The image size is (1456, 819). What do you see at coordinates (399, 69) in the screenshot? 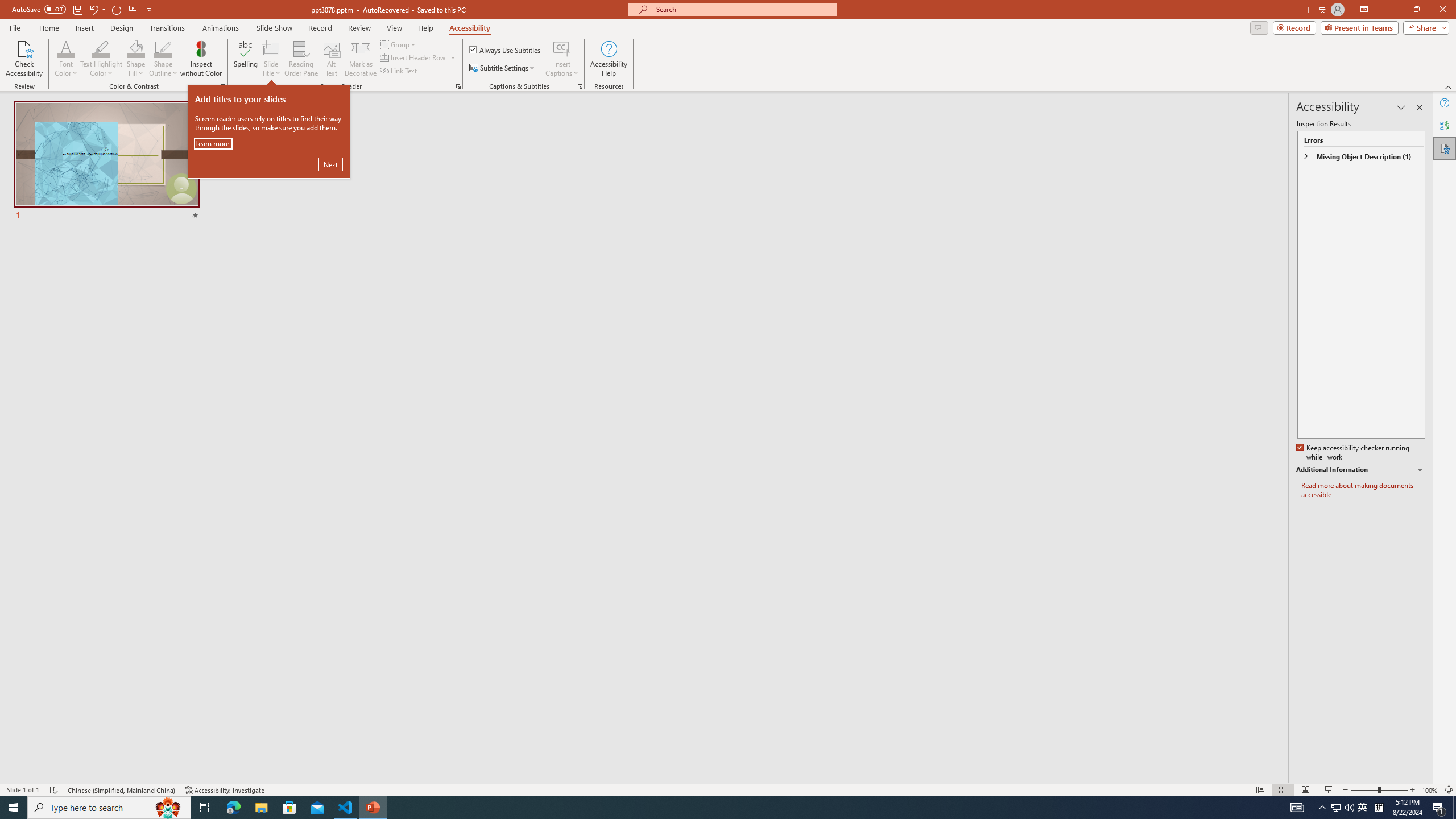
I see `'Link Text'` at bounding box center [399, 69].